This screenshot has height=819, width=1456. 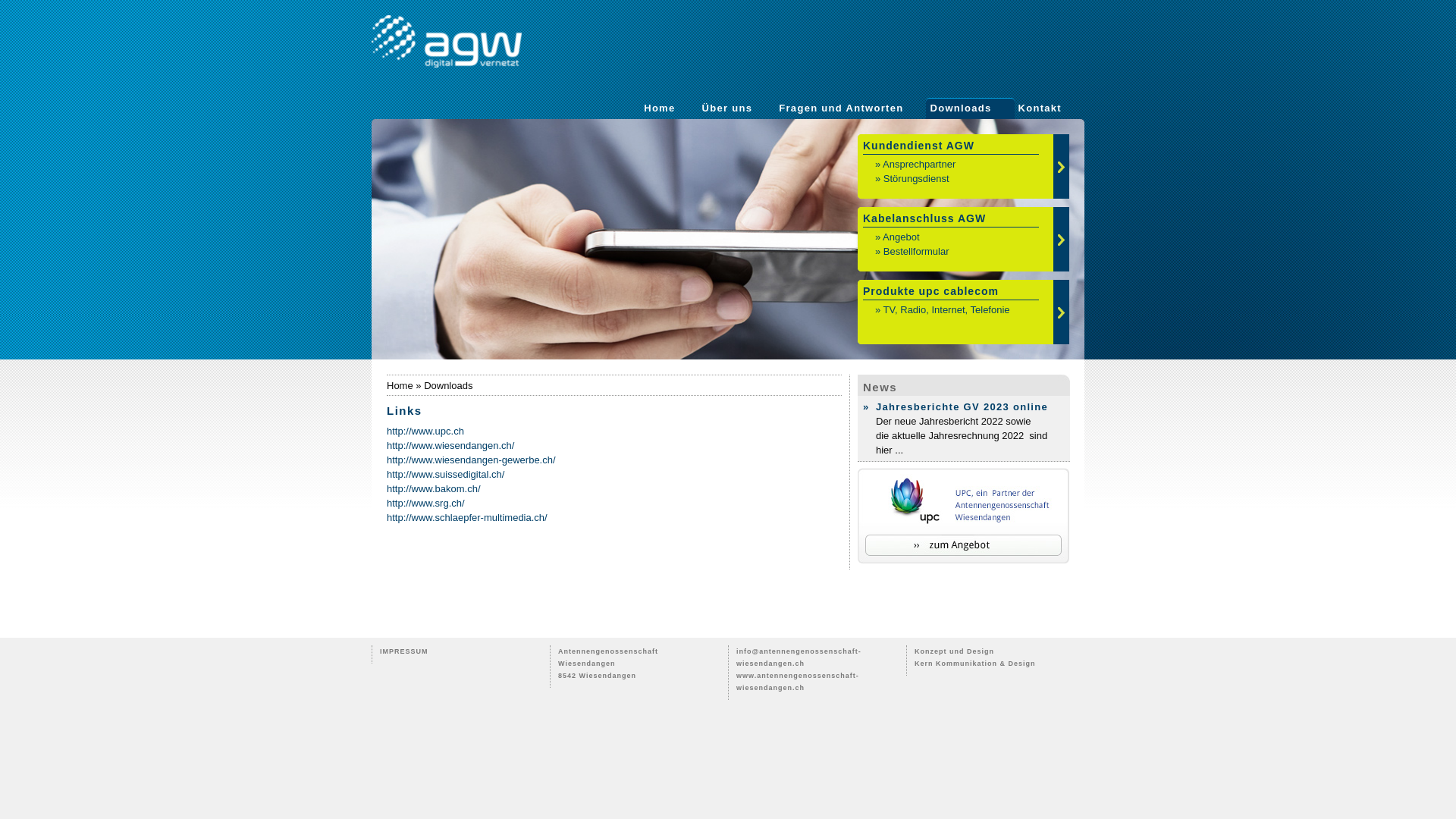 I want to click on 'http://www.wiesendangen.ch/', so click(x=450, y=444).